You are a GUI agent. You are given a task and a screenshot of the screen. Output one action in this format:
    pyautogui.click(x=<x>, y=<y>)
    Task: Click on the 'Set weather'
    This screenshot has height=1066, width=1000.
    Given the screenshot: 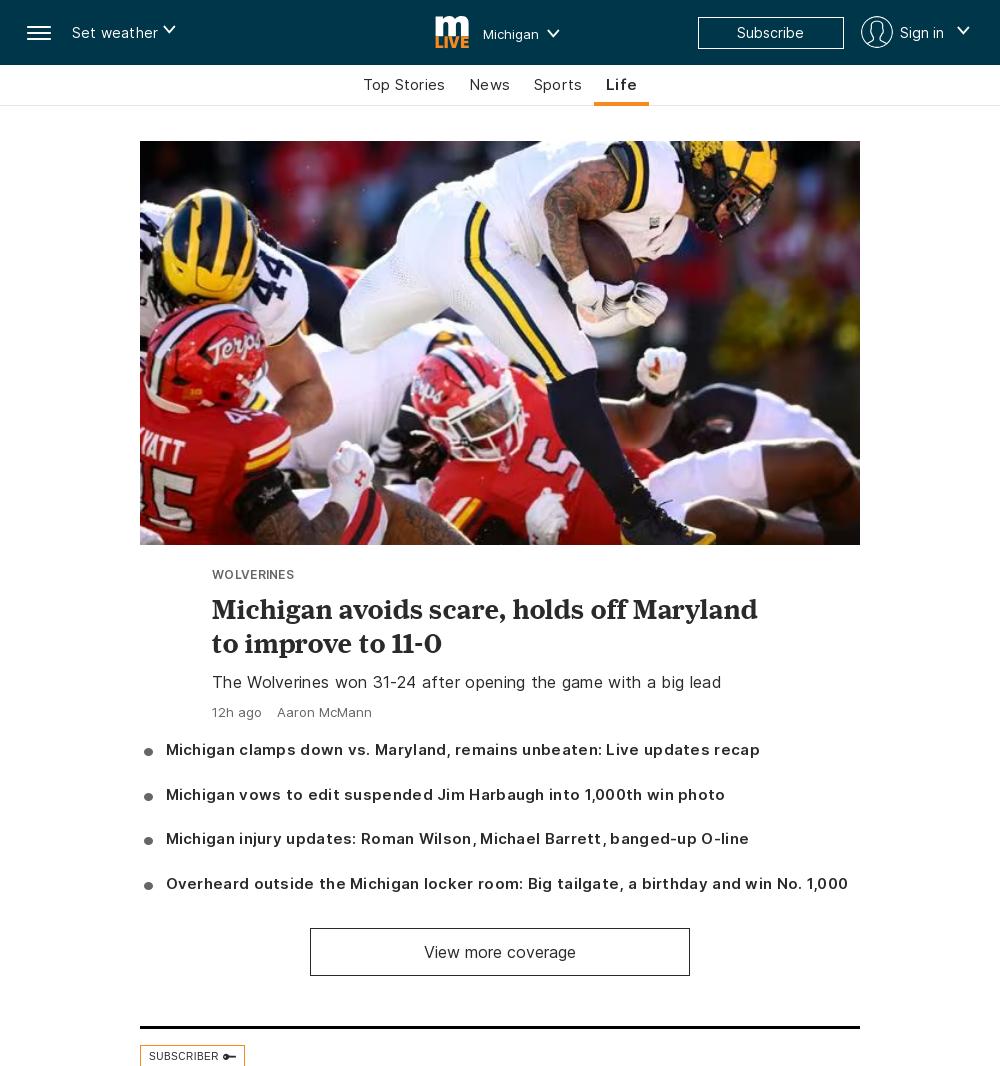 What is the action you would take?
    pyautogui.click(x=114, y=31)
    